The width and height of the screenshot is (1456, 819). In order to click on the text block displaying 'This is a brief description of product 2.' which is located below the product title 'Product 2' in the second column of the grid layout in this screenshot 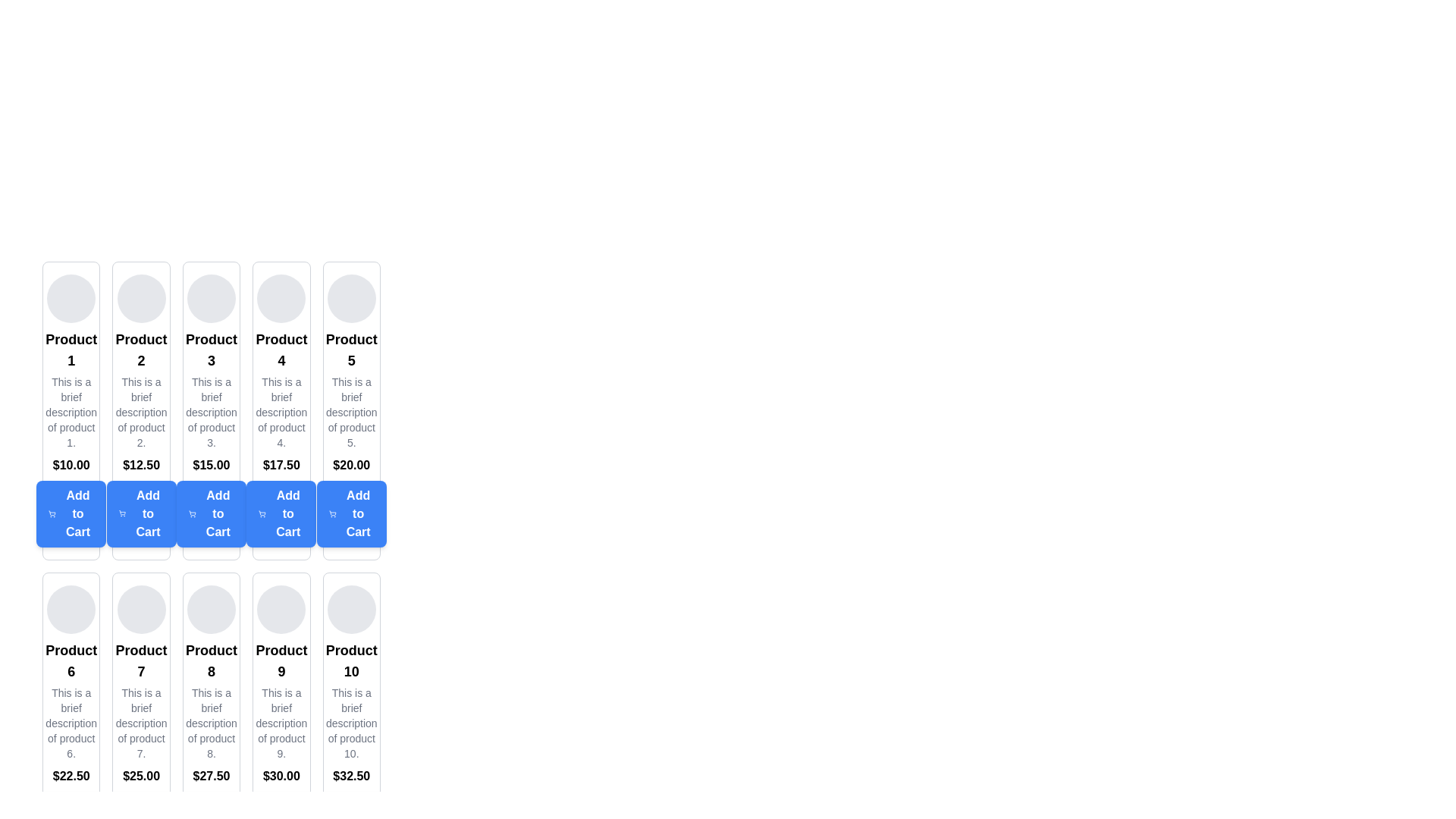, I will do `click(141, 412)`.